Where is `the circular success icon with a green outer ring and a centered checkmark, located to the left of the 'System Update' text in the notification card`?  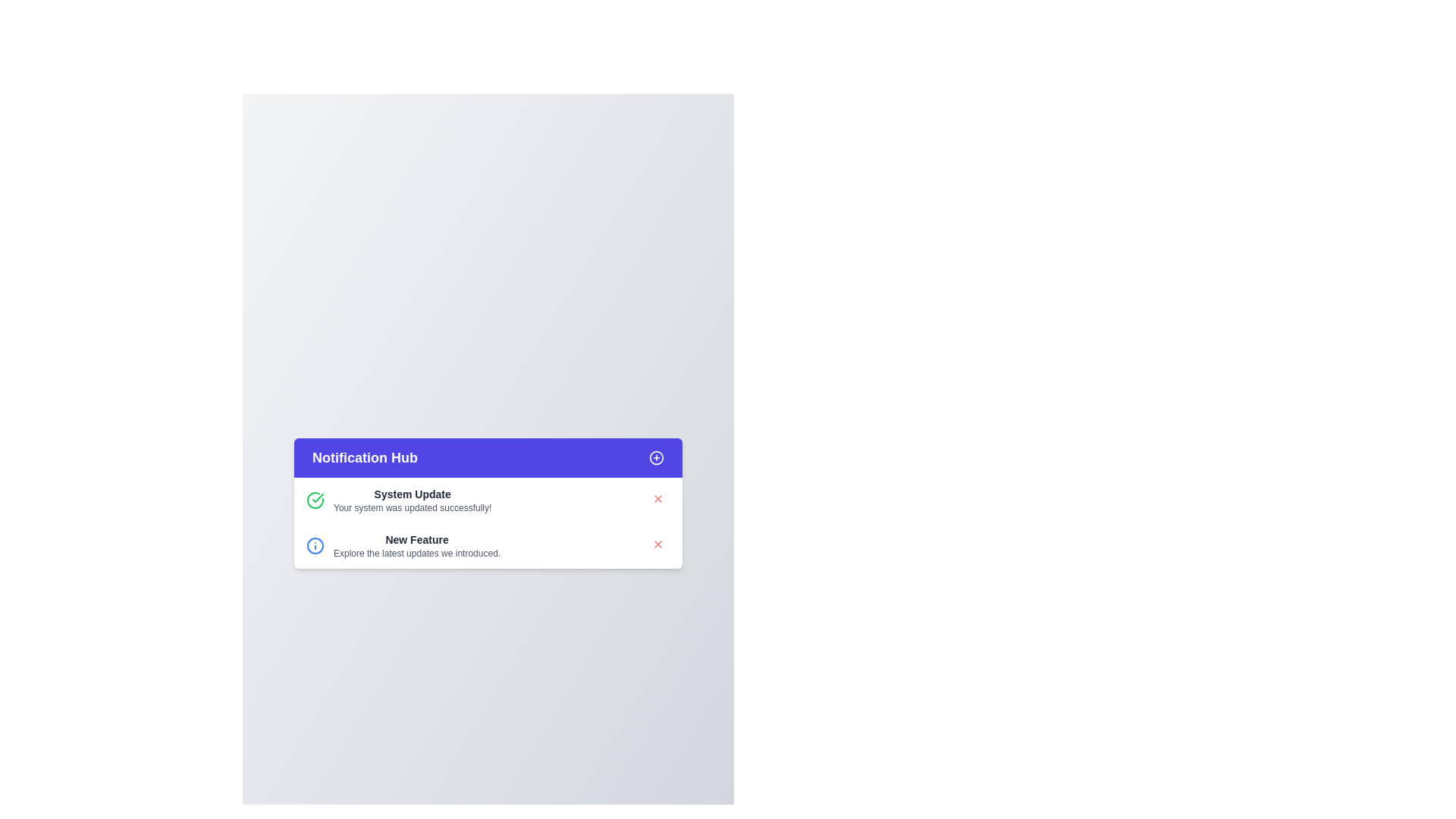
the circular success icon with a green outer ring and a centered checkmark, located to the left of the 'System Update' text in the notification card is located at coordinates (315, 500).